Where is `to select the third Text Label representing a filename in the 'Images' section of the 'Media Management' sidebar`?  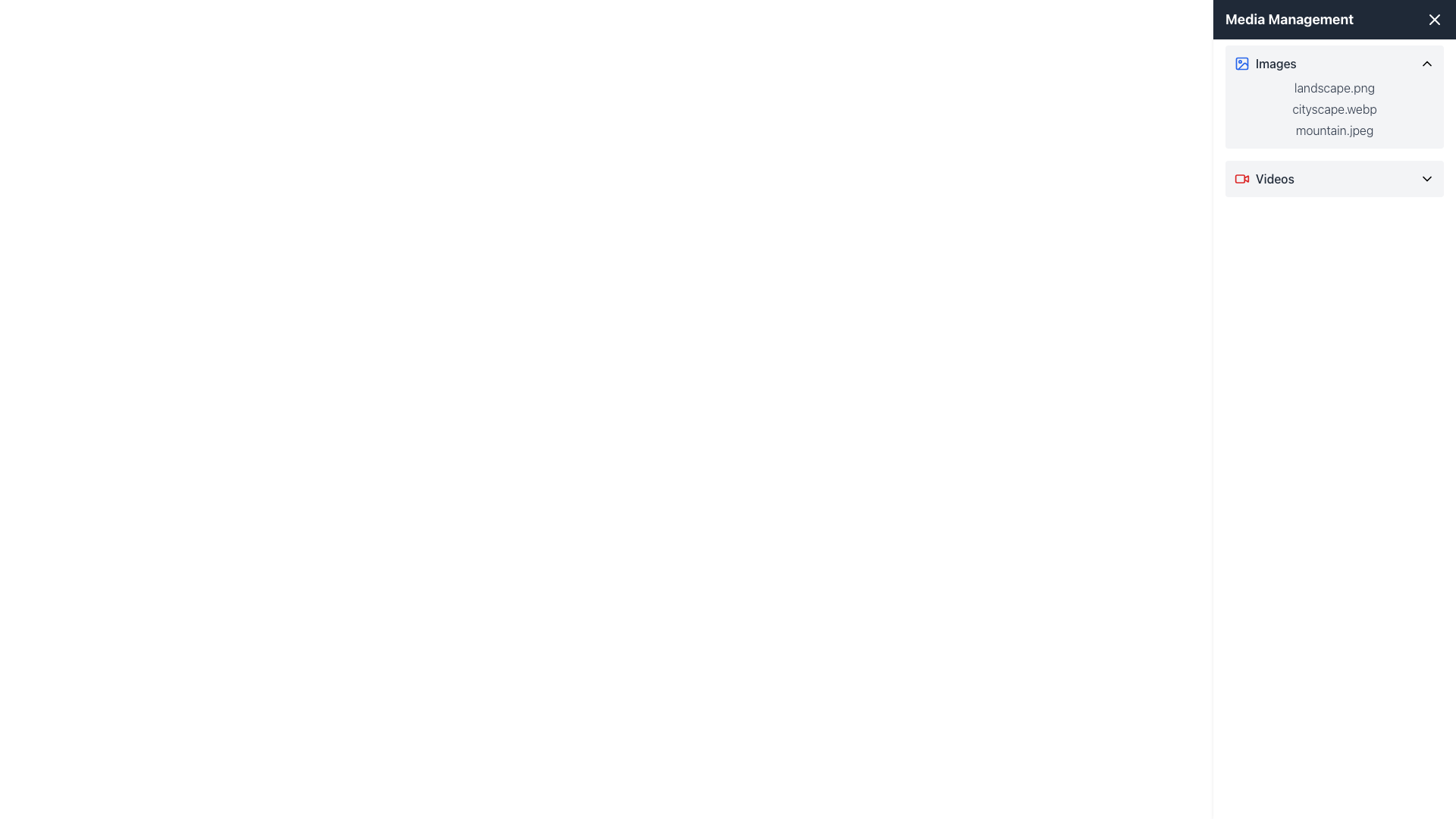 to select the third Text Label representing a filename in the 'Images' section of the 'Media Management' sidebar is located at coordinates (1335, 130).